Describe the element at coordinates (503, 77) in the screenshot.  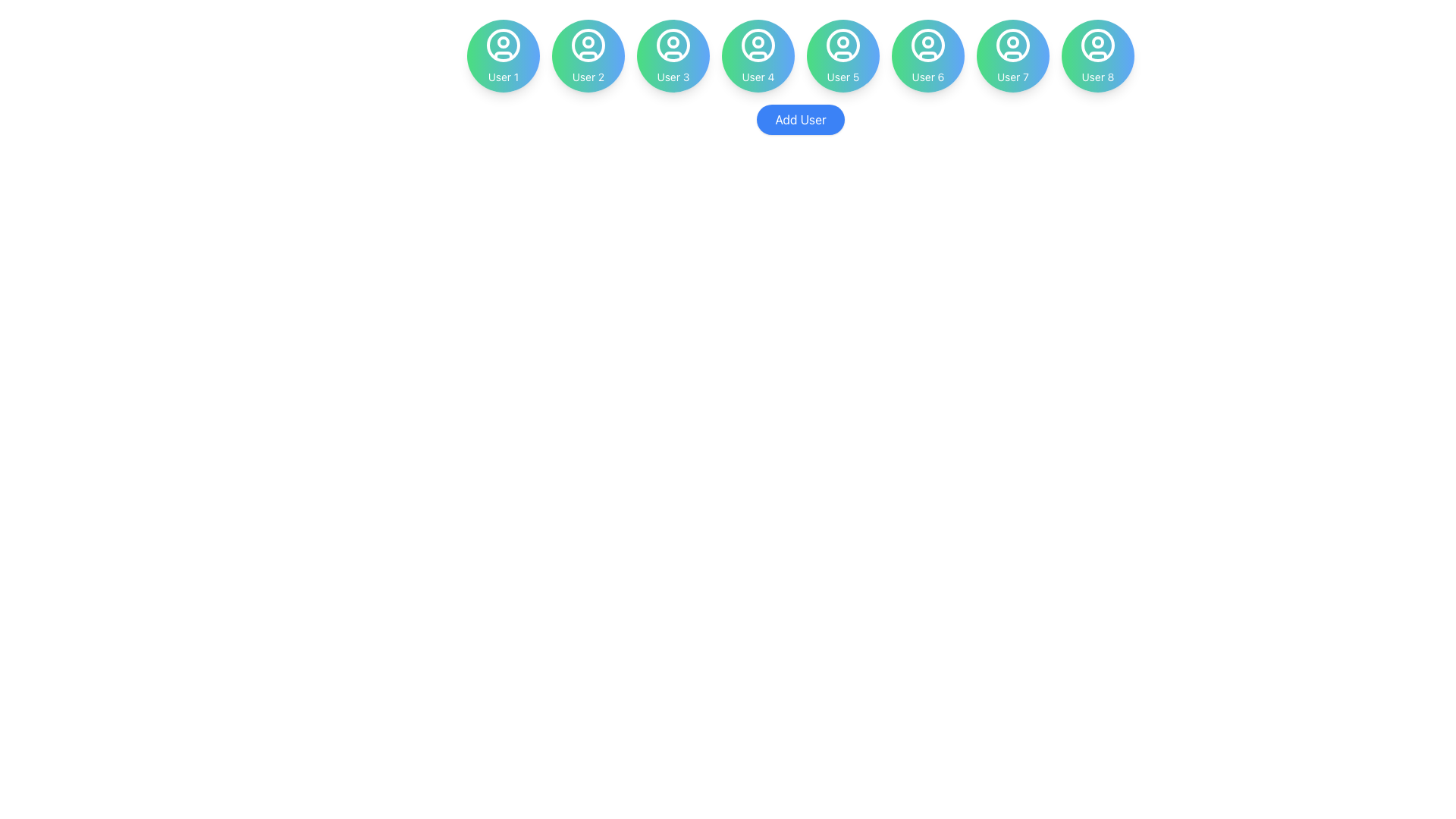
I see `the text label displaying 'User 1', located below the circular icon with a gradient background. This text label is the first in a horizontal row of similar components` at that location.